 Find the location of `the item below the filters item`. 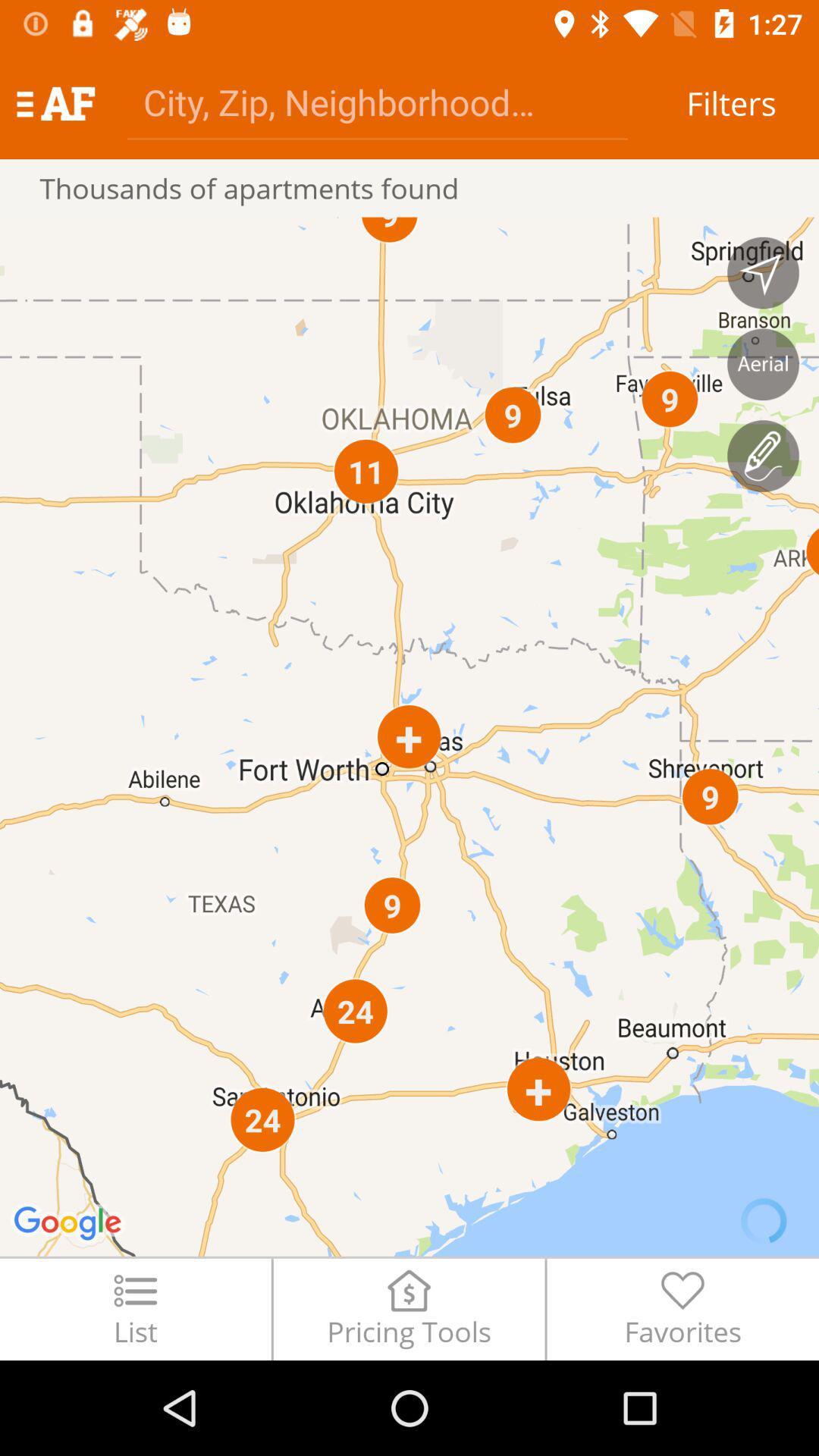

the item below the filters item is located at coordinates (763, 273).